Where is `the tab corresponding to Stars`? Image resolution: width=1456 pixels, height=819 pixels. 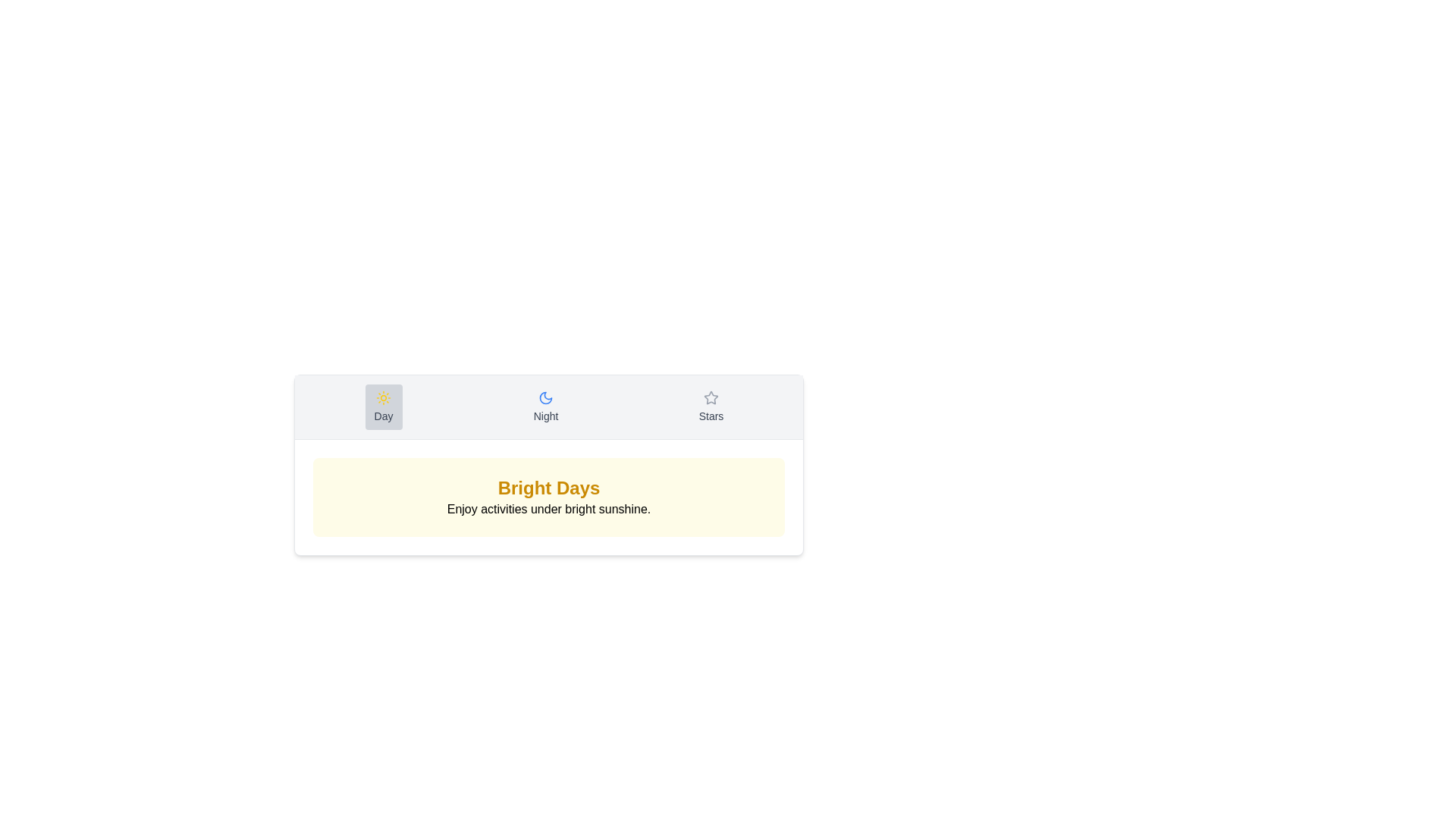
the tab corresponding to Stars is located at coordinates (711, 406).